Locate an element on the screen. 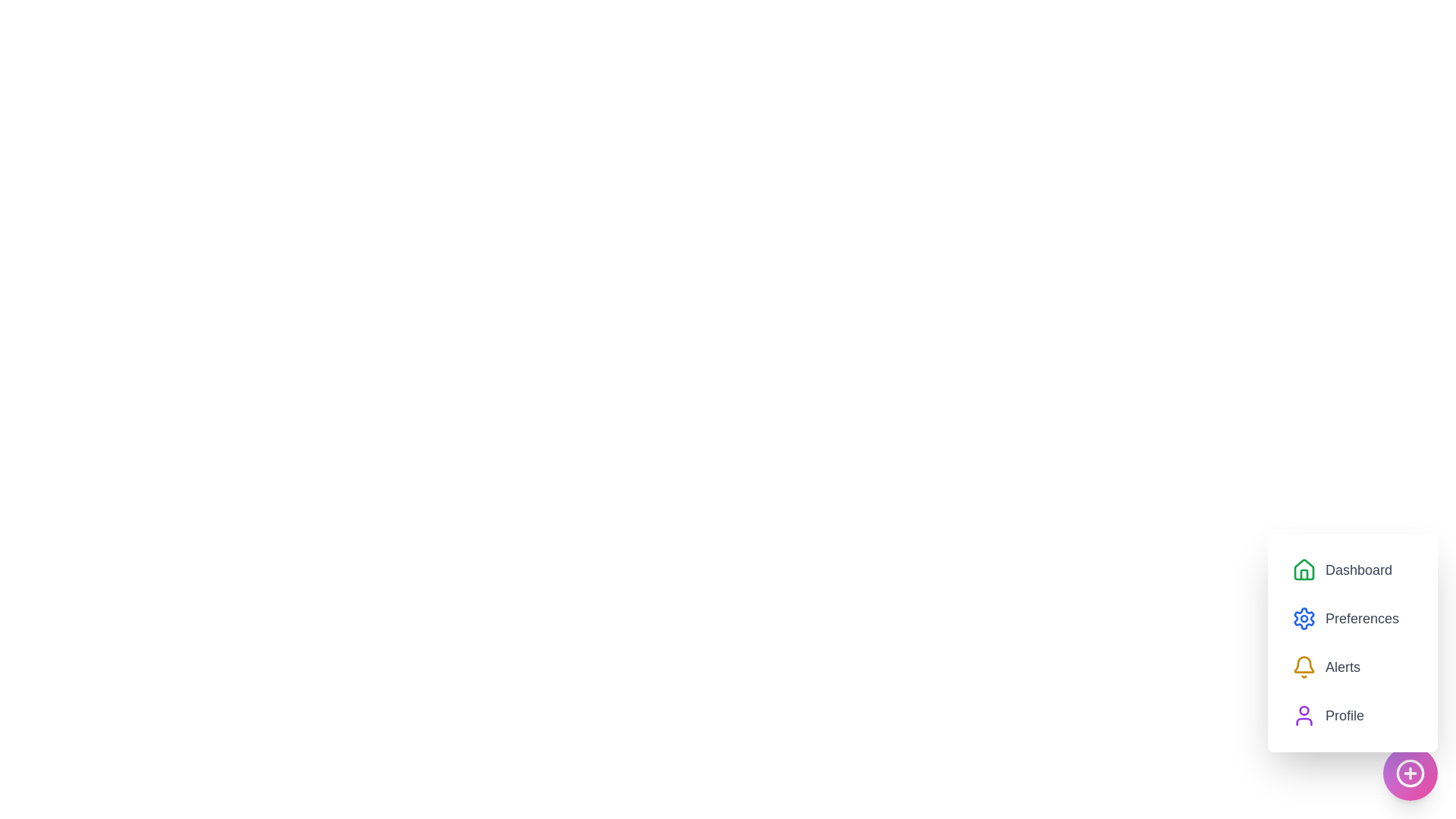 This screenshot has width=1456, height=819. the menu option Profile from the StyledSpeedDial menu is located at coordinates (1327, 716).